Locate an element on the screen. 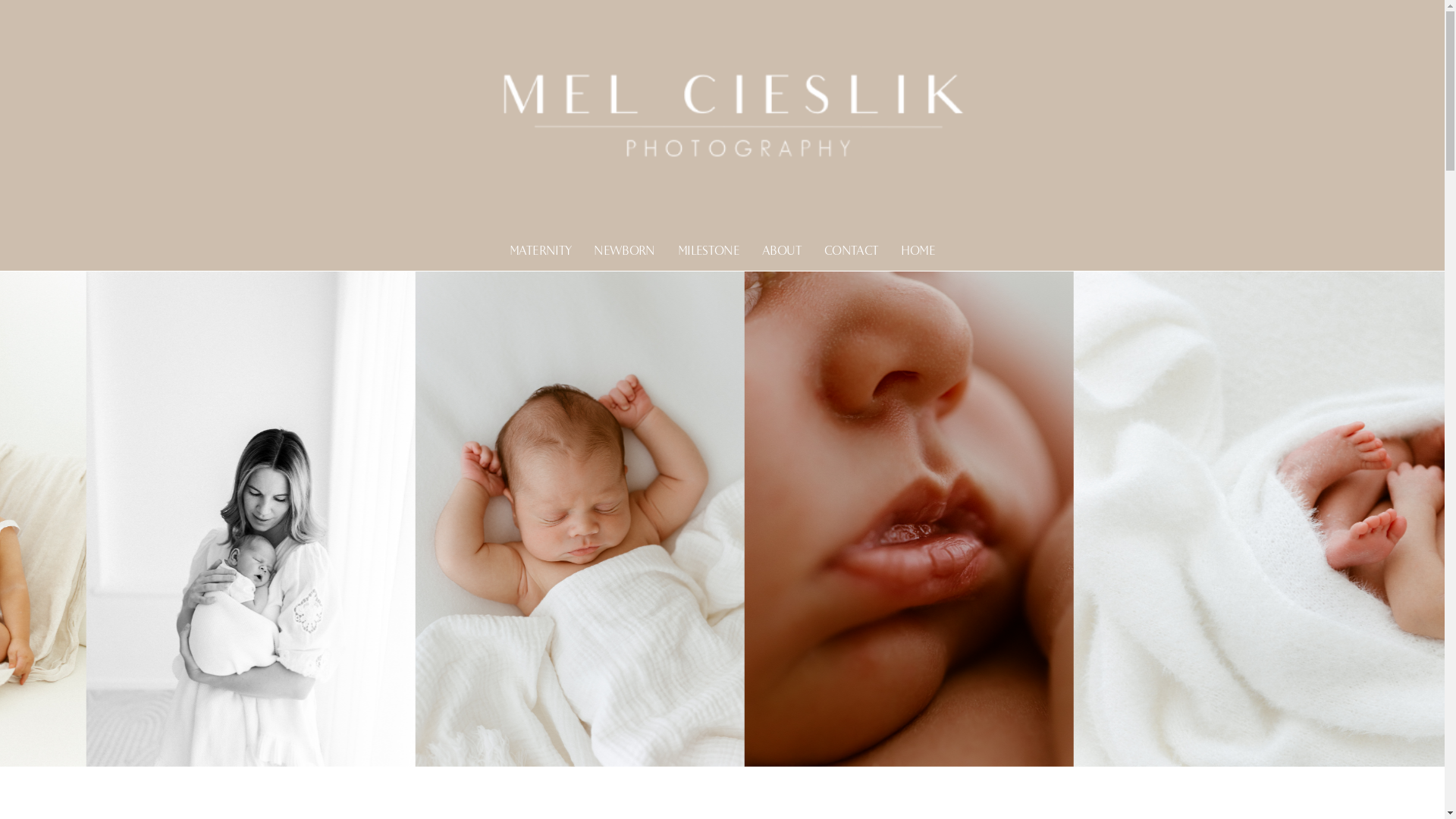 This screenshot has height=819, width=1456. 'NEWBORN' is located at coordinates (624, 250).